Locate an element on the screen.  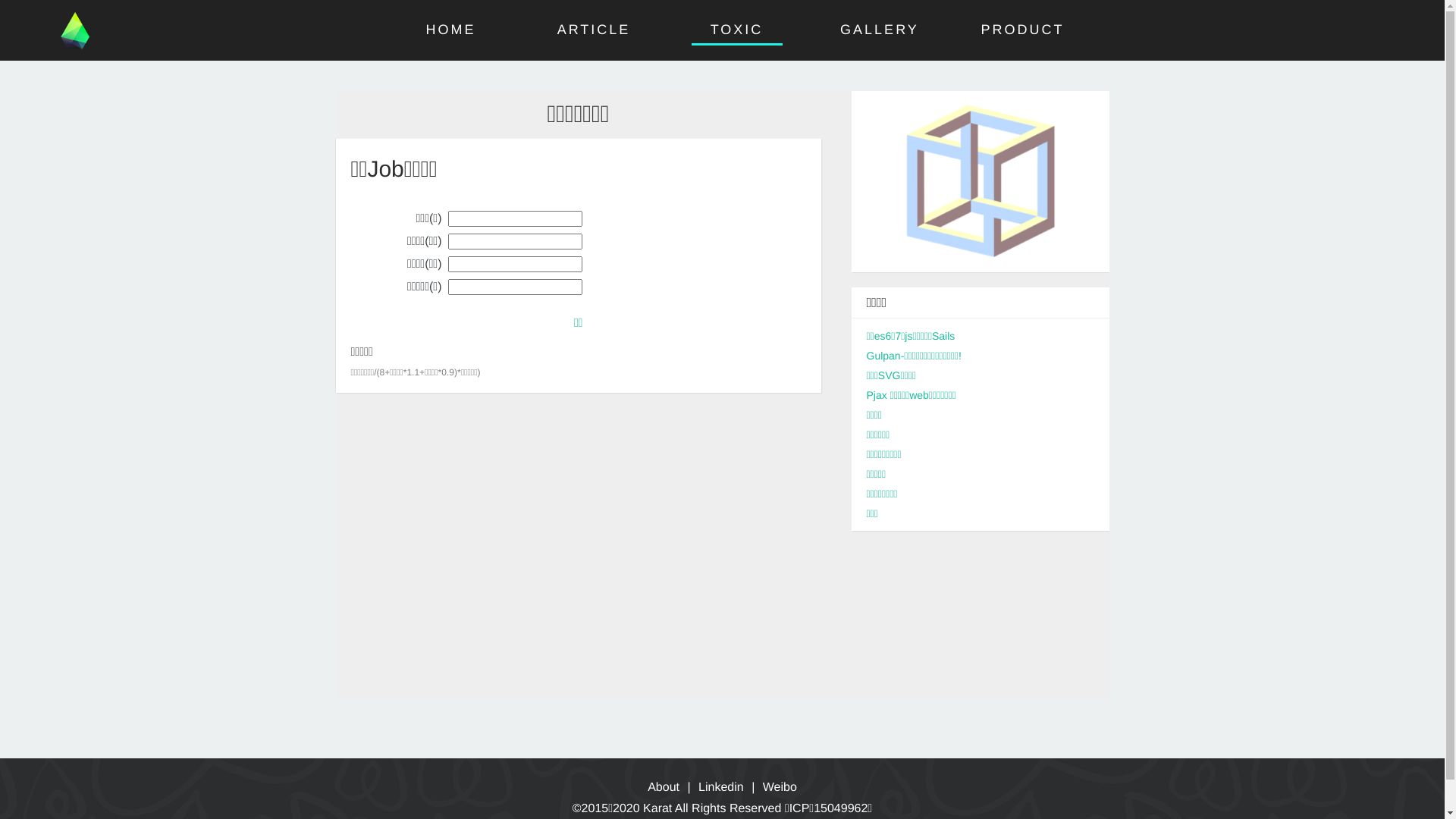
'TOXIC' is located at coordinates (709, 29).